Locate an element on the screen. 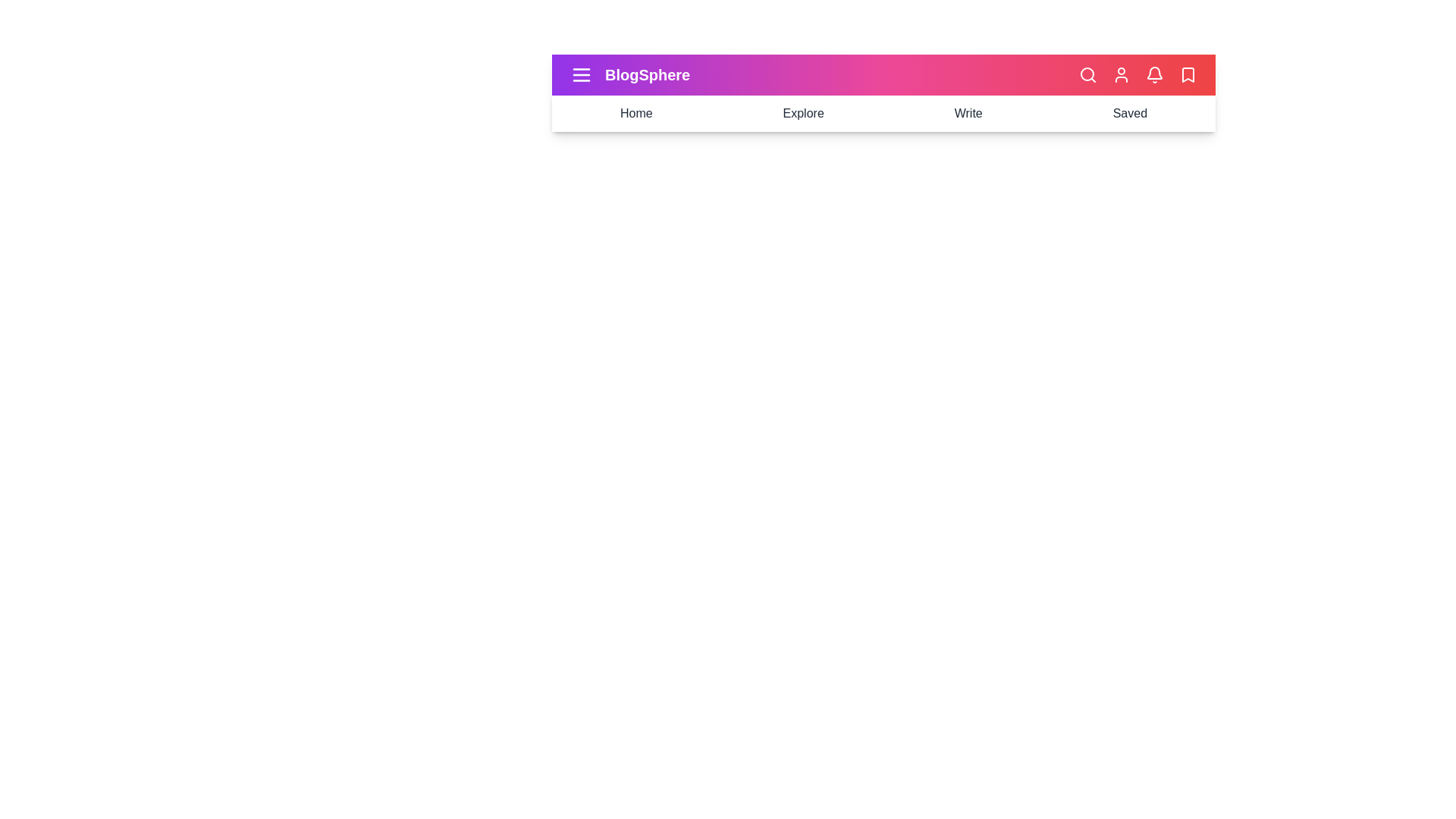  the element Menu to preview its effect is located at coordinates (581, 75).